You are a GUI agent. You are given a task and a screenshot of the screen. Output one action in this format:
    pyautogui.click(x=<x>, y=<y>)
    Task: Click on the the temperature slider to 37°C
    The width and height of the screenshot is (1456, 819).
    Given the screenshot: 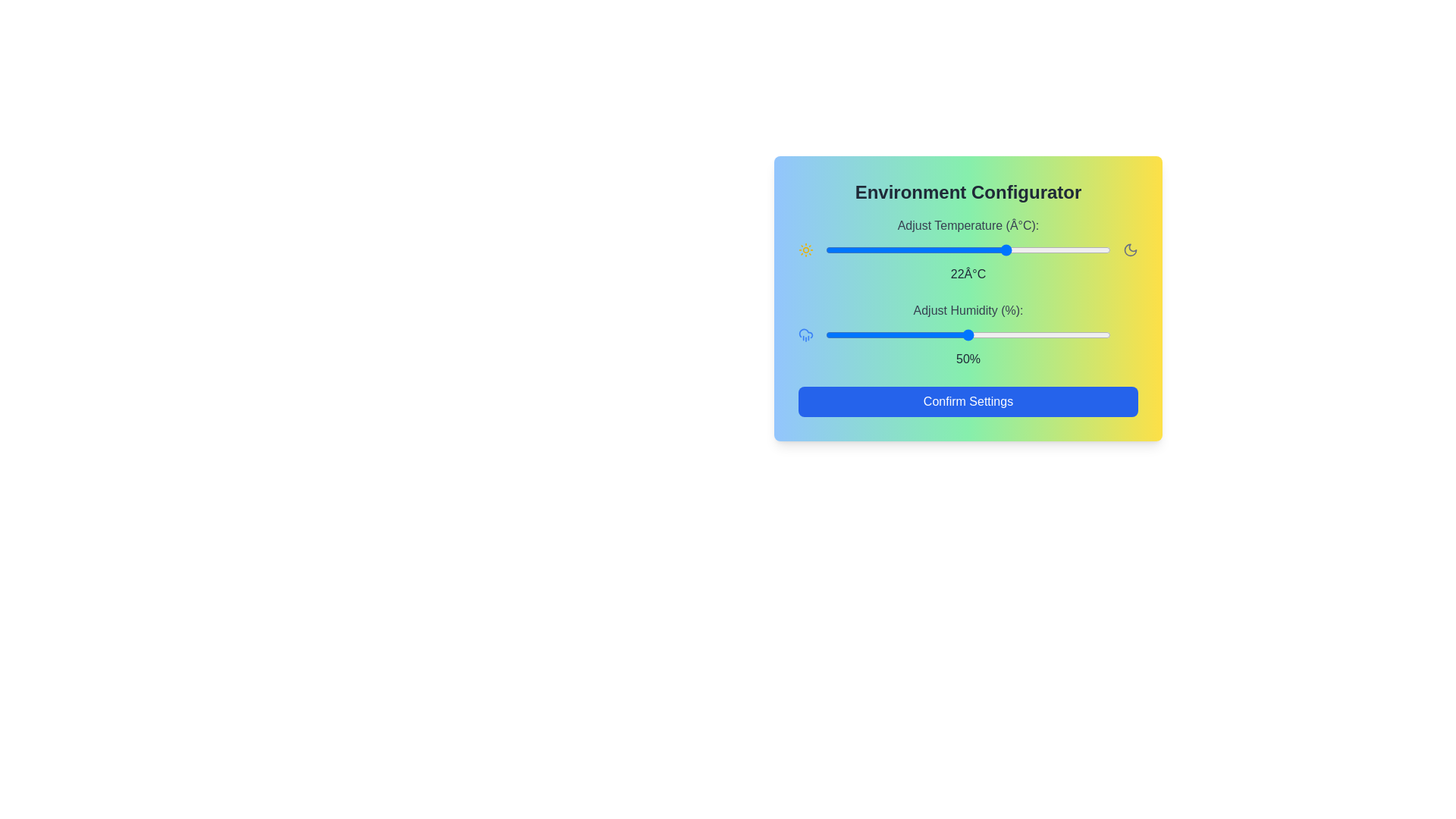 What is the action you would take?
    pyautogui.click(x=1094, y=249)
    